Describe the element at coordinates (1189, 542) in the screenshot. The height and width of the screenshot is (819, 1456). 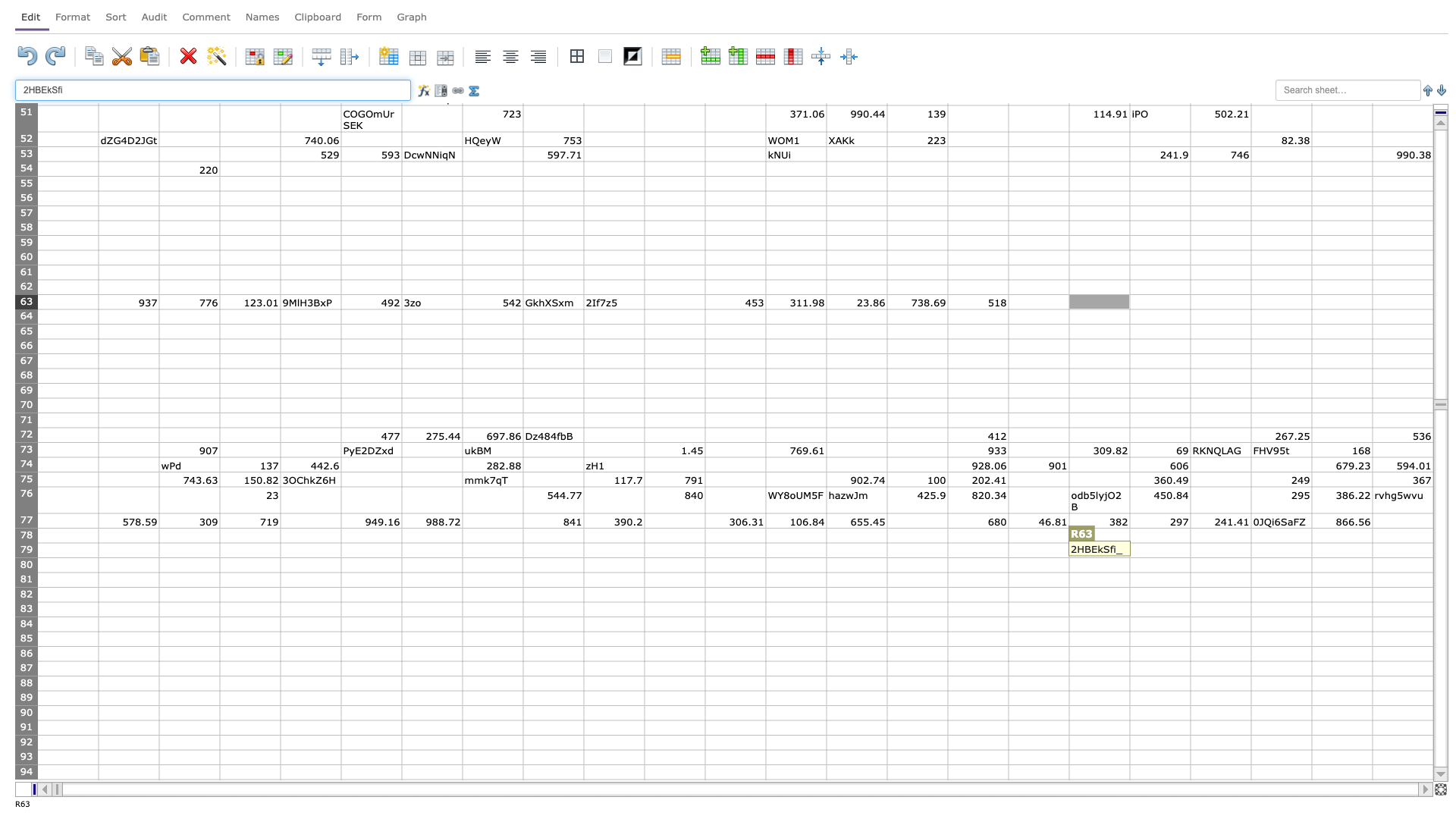
I see `Northwest corner of cell T79` at that location.